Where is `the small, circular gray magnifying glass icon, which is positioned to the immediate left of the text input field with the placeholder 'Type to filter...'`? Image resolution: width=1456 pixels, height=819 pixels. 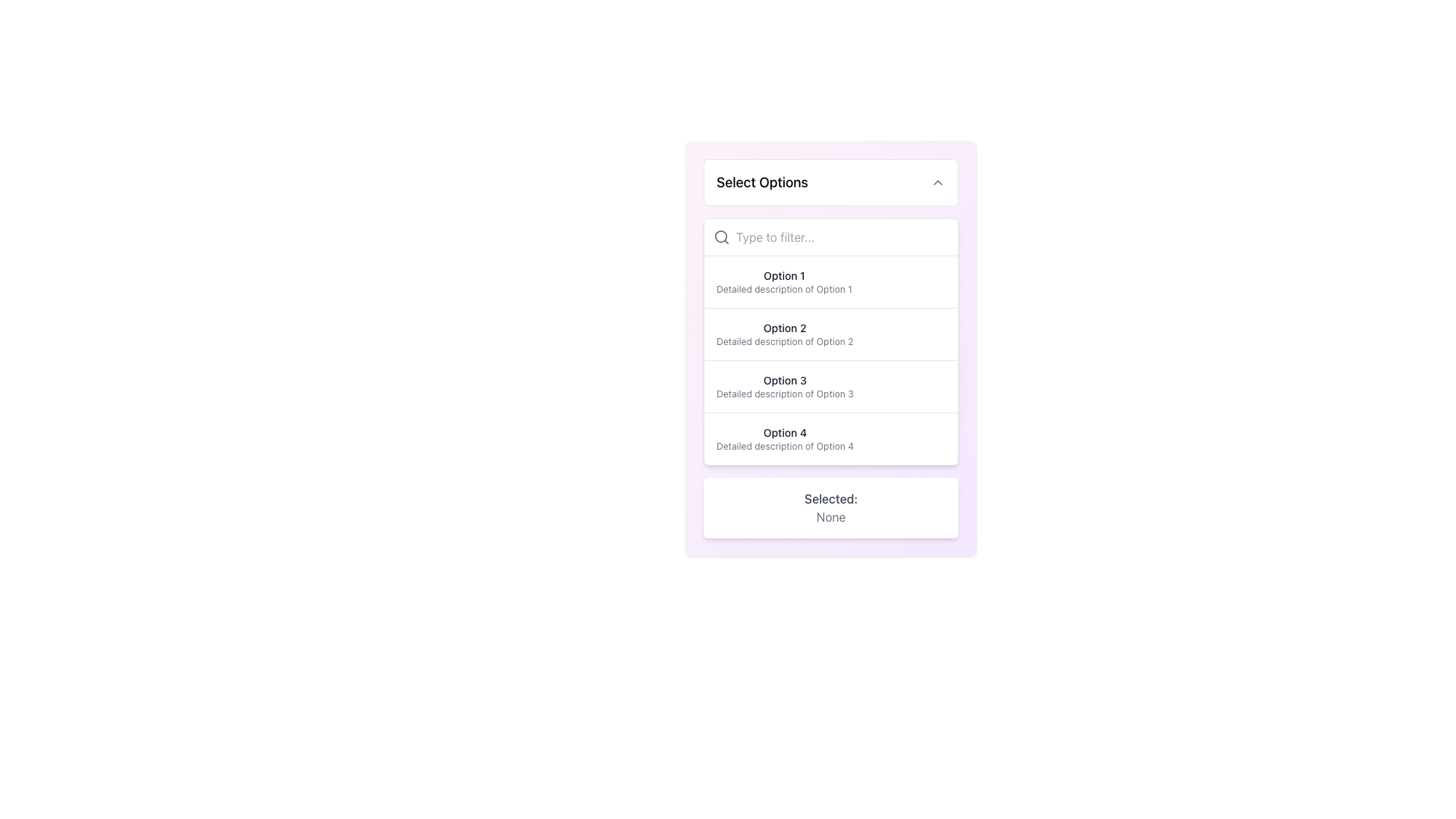 the small, circular gray magnifying glass icon, which is positioned to the immediate left of the text input field with the placeholder 'Type to filter...' is located at coordinates (720, 237).